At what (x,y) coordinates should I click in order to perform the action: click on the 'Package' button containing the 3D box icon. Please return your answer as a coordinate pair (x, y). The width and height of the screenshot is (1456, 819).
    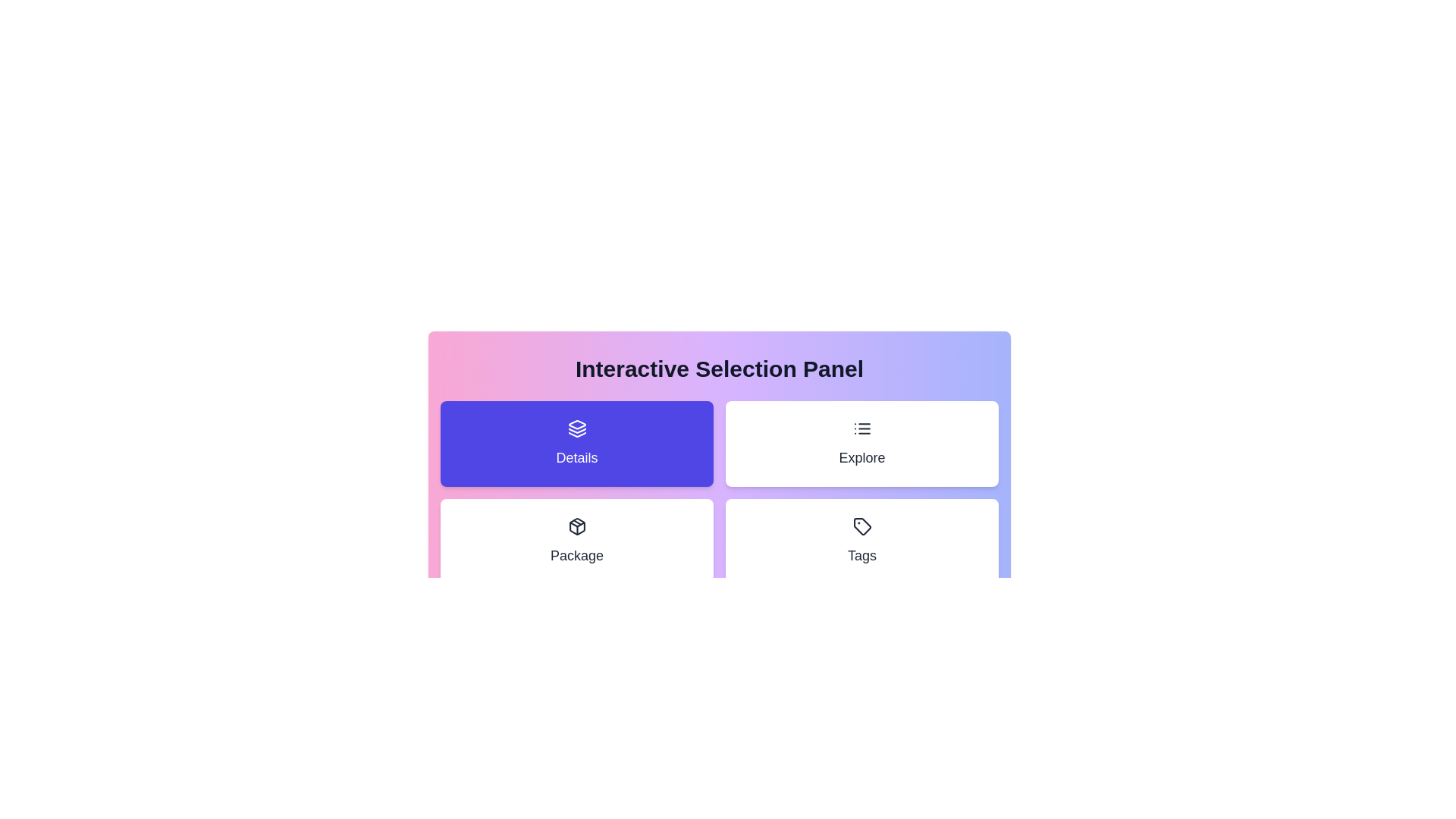
    Looking at the image, I should click on (576, 526).